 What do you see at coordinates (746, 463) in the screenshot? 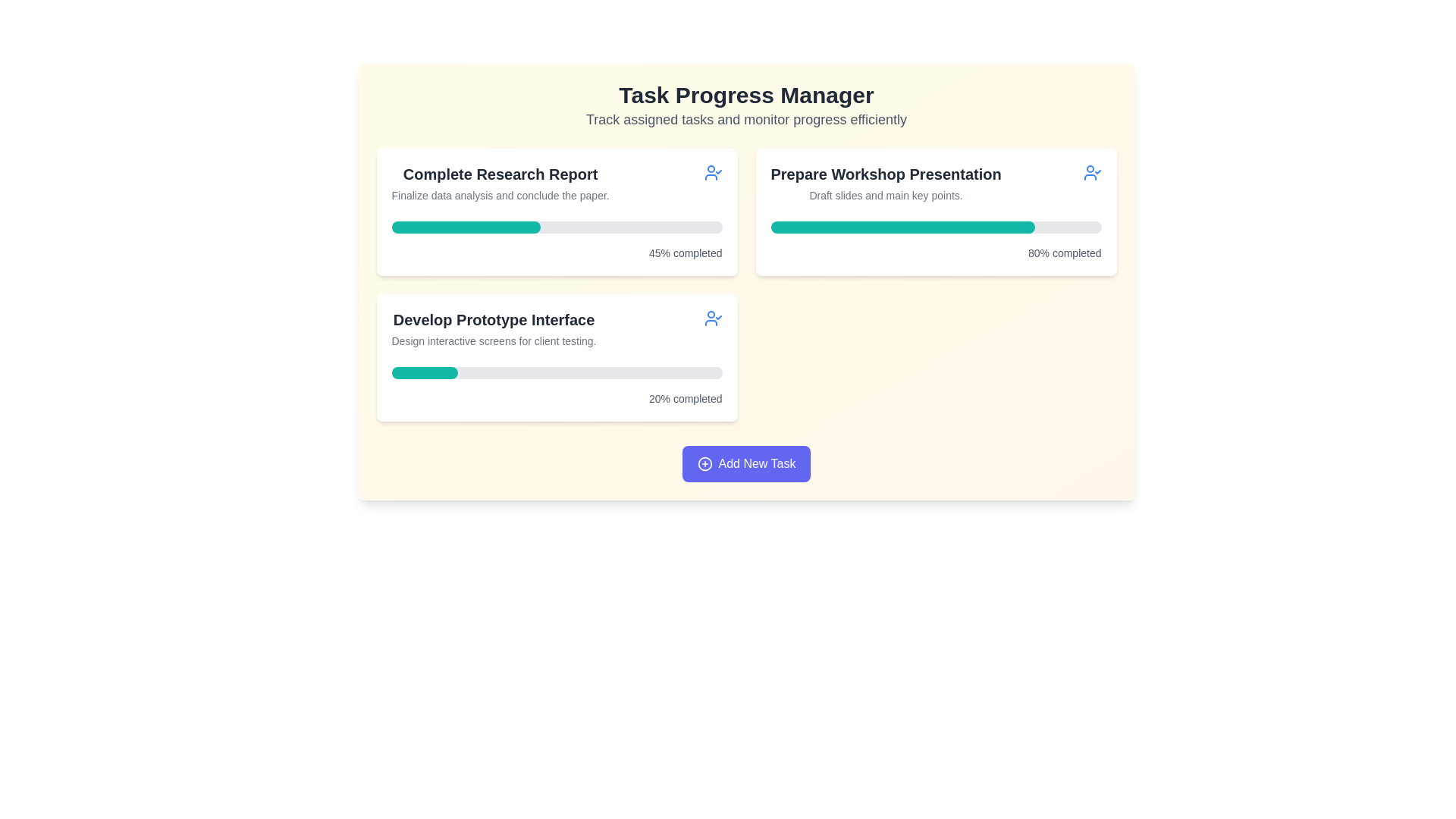
I see `the button located at the bottom center of the task manager section` at bounding box center [746, 463].